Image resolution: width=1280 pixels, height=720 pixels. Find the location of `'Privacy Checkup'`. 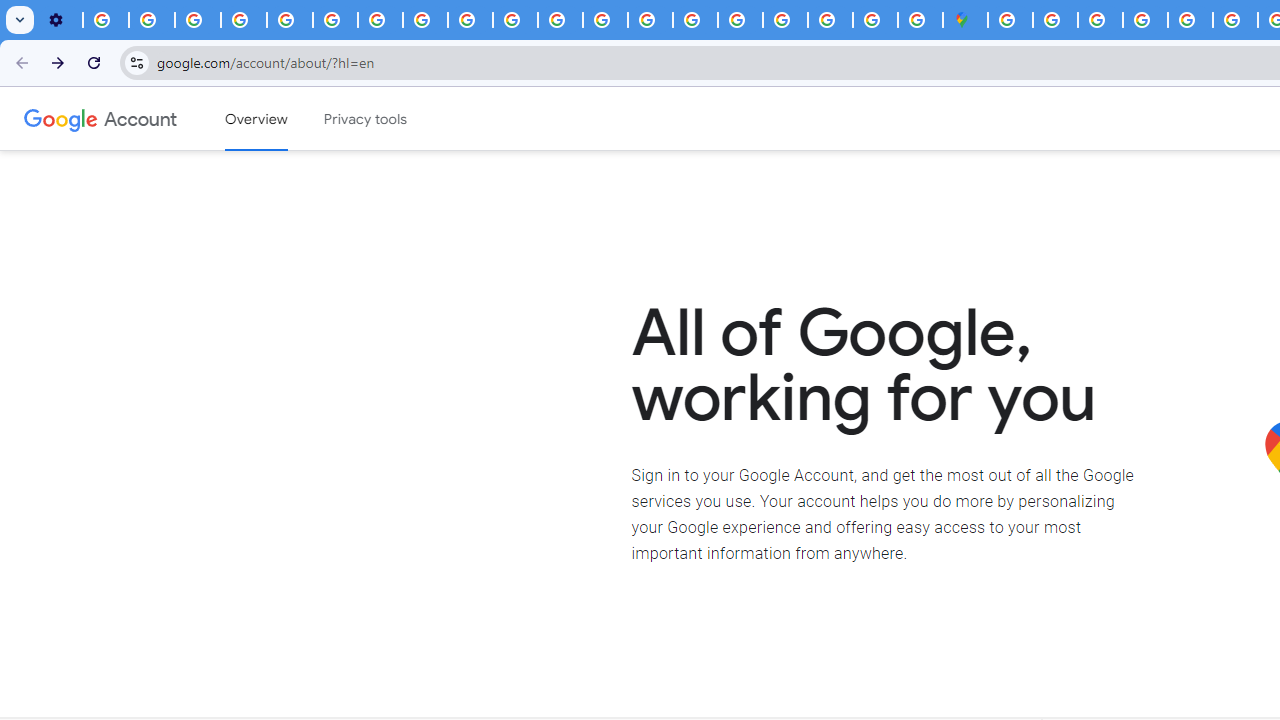

'Privacy Checkup' is located at coordinates (515, 20).